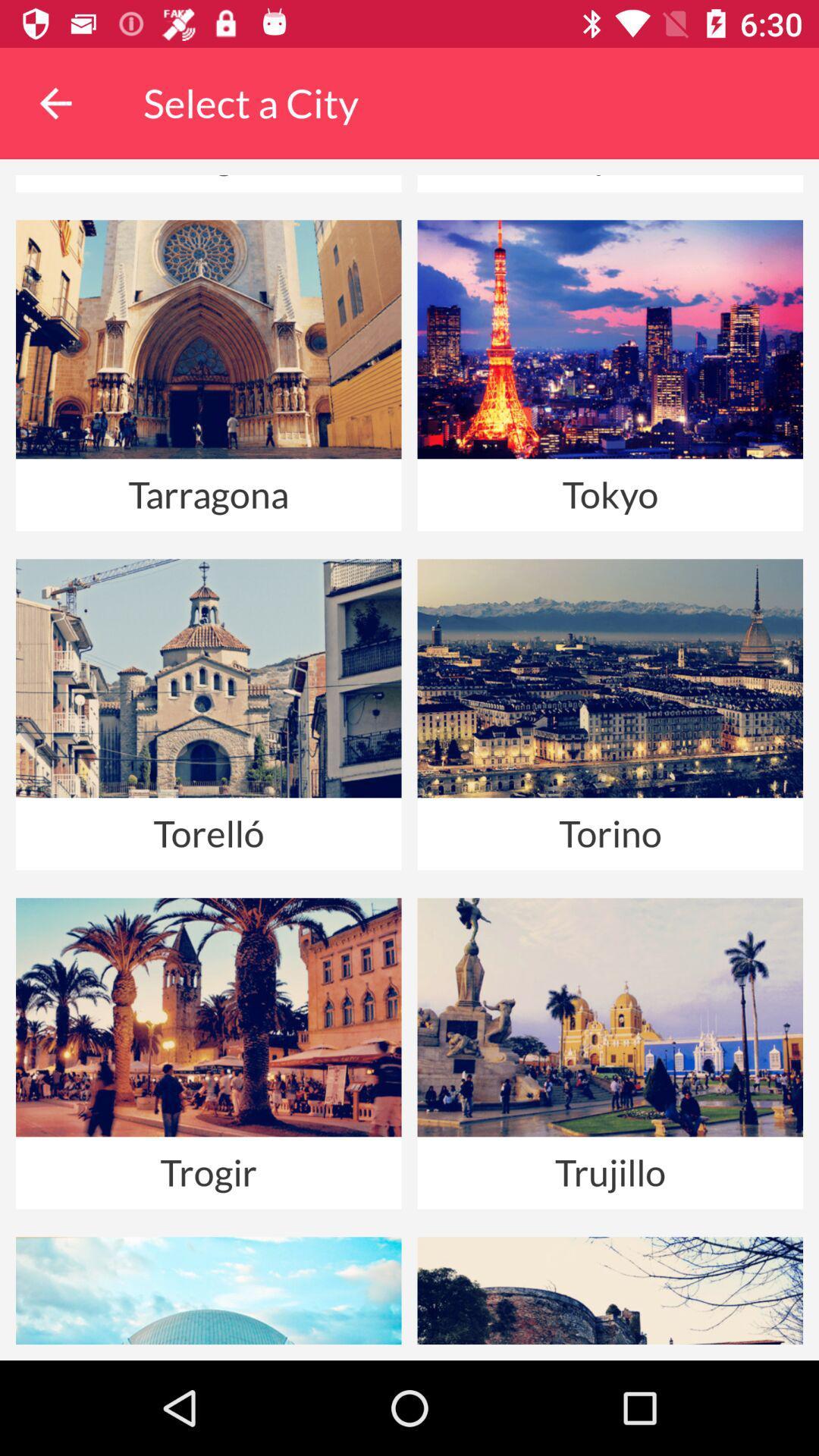  Describe the element at coordinates (55, 102) in the screenshot. I see `the item above the shanghai` at that location.